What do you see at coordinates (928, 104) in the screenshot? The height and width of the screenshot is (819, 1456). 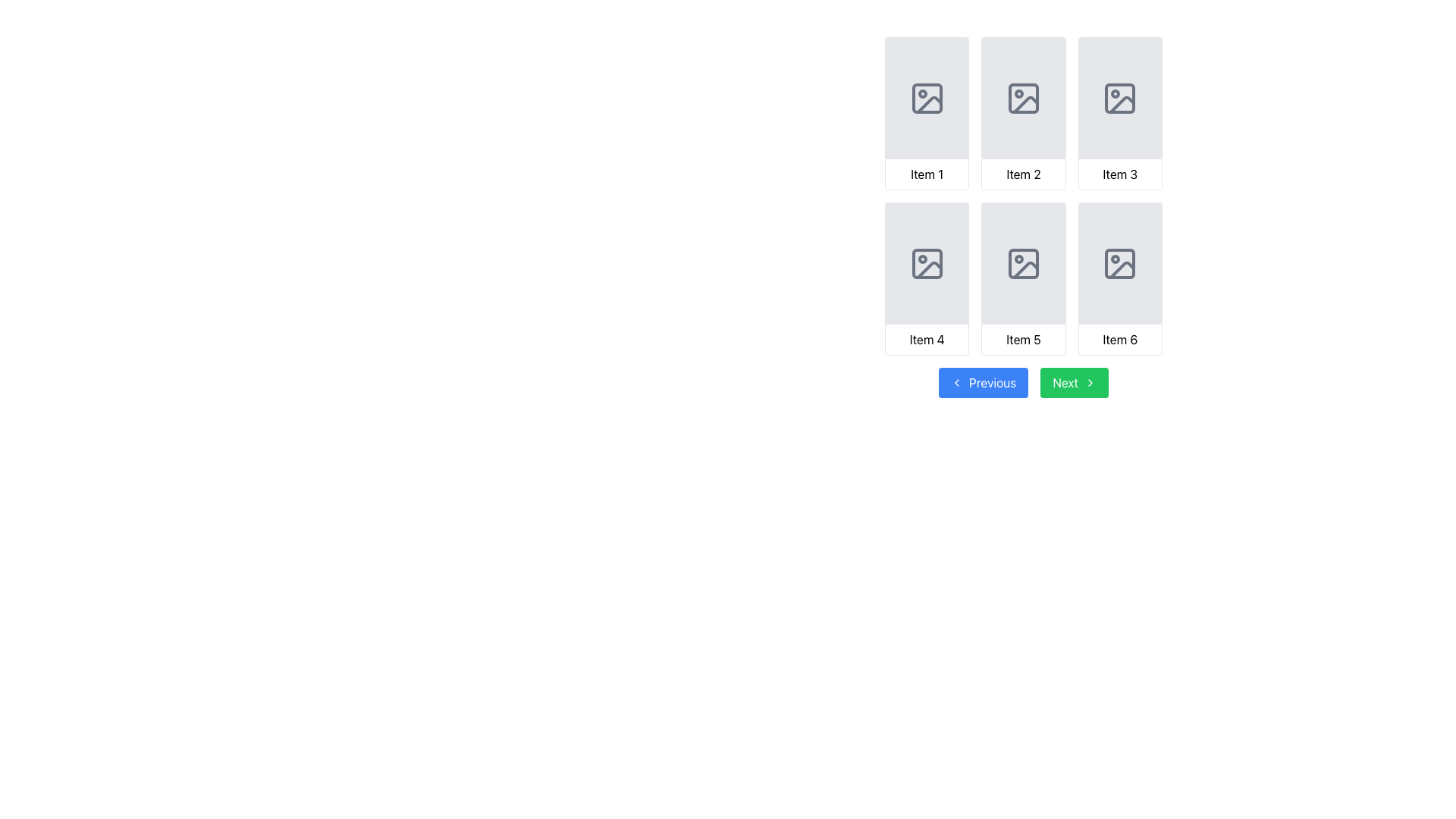 I see `the image icon displayed within a gray square button, located in the top-left button of a 3x2 grid layout` at bounding box center [928, 104].